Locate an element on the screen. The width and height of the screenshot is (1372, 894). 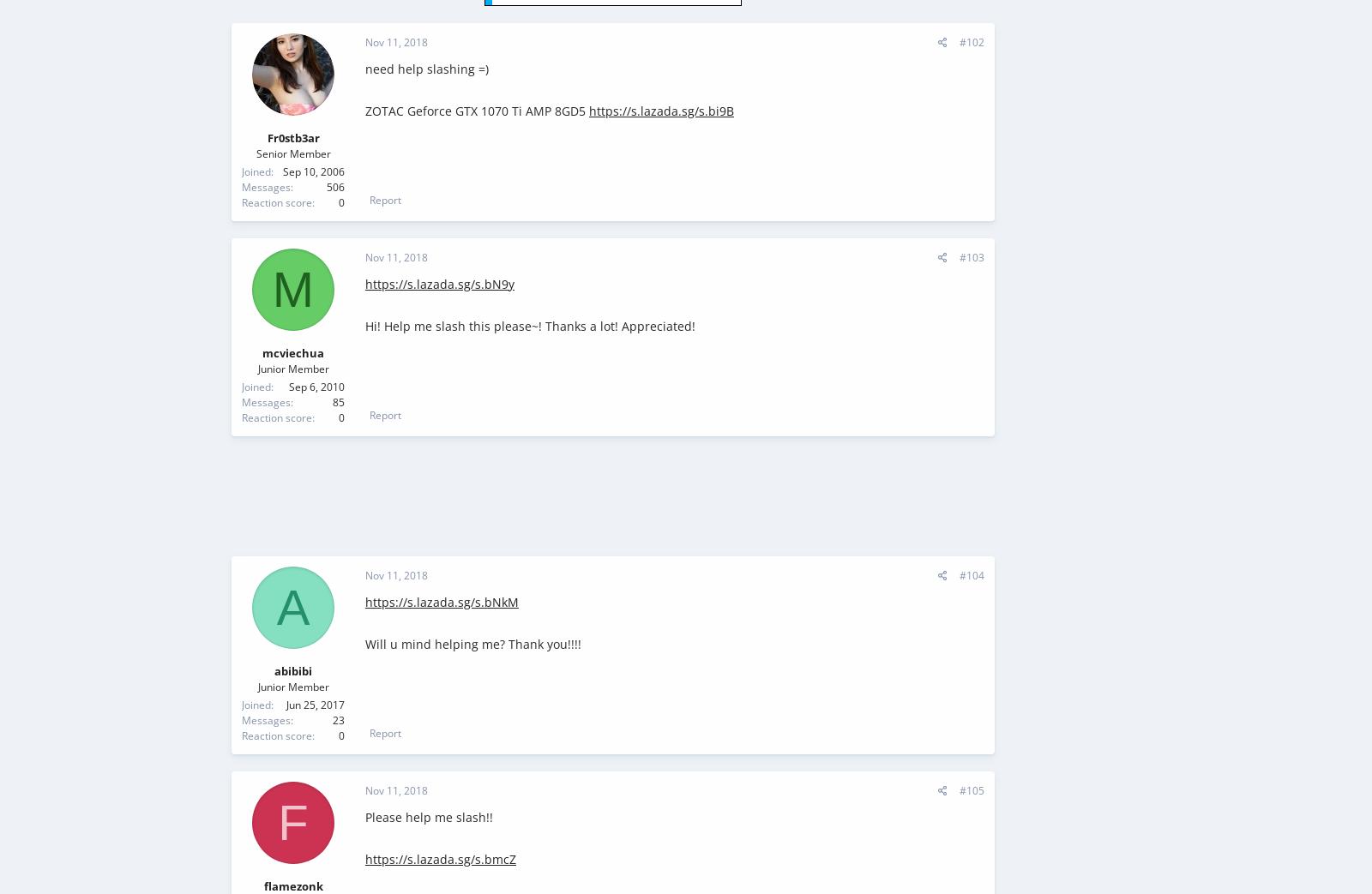
'Sep 10, 2006' is located at coordinates (313, 171).